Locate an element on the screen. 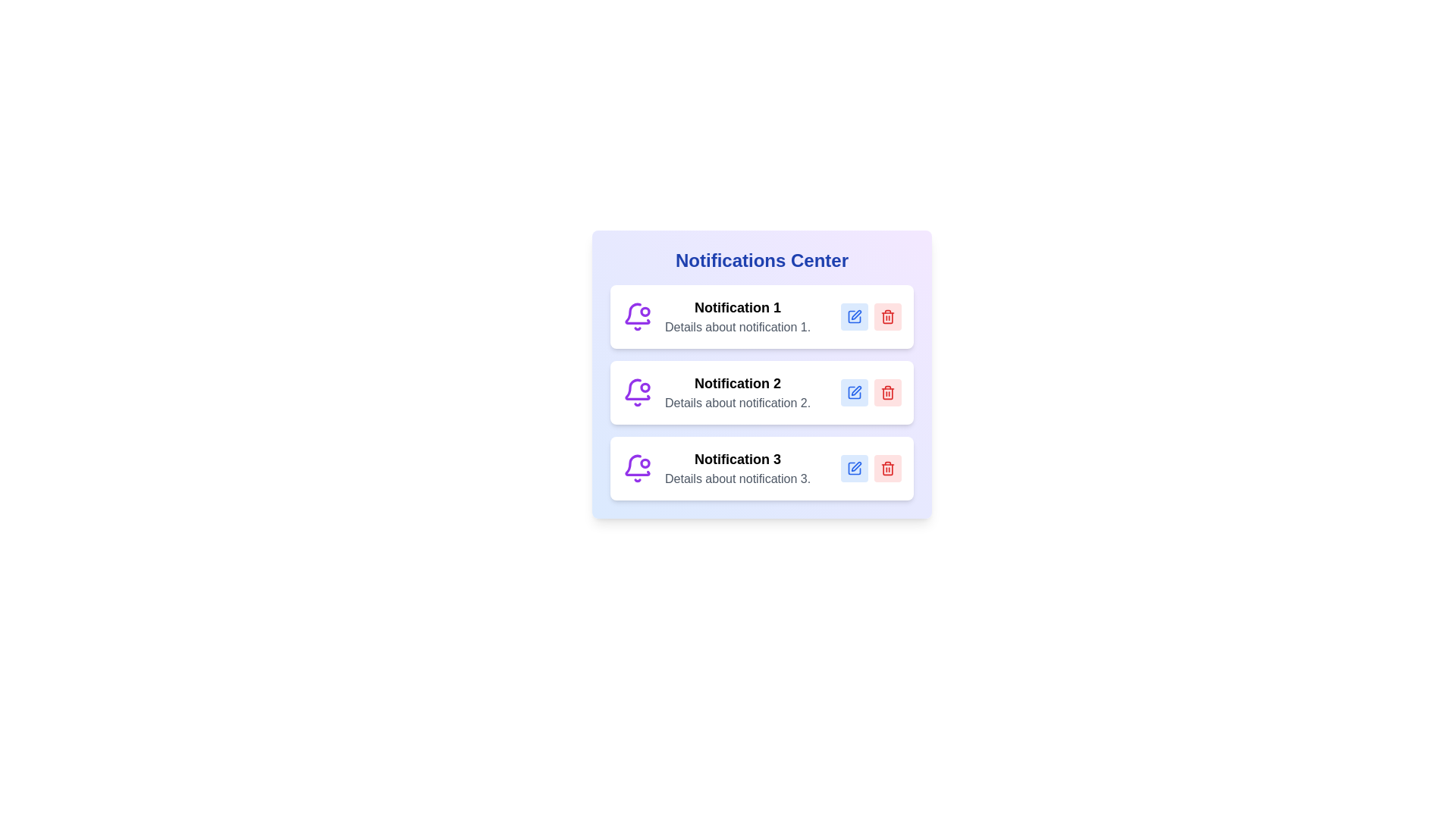 The width and height of the screenshot is (1456, 819). the red trash/delete icon located in the action button group of the second notification card is located at coordinates (888, 391).